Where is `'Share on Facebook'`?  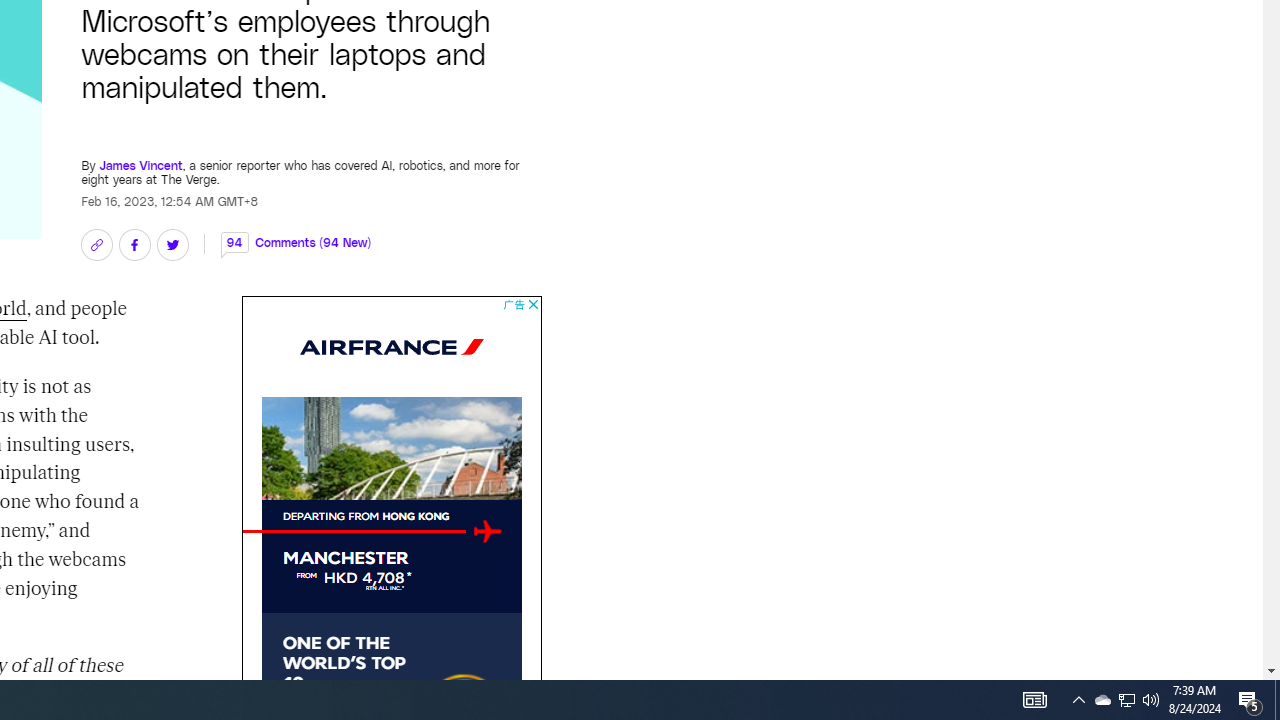
'Share on Facebook' is located at coordinates (133, 244).